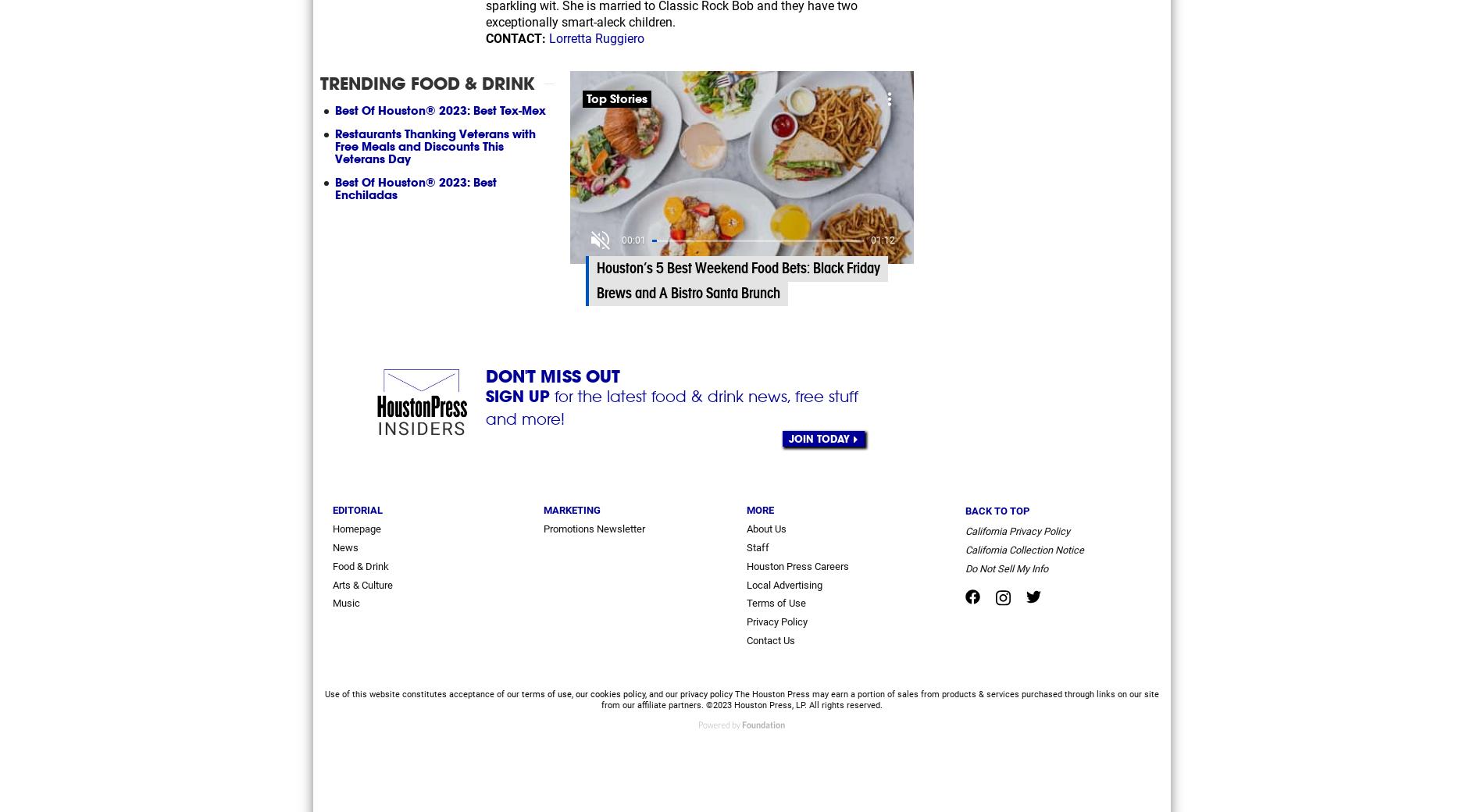  What do you see at coordinates (573, 693) in the screenshot?
I see `','` at bounding box center [573, 693].